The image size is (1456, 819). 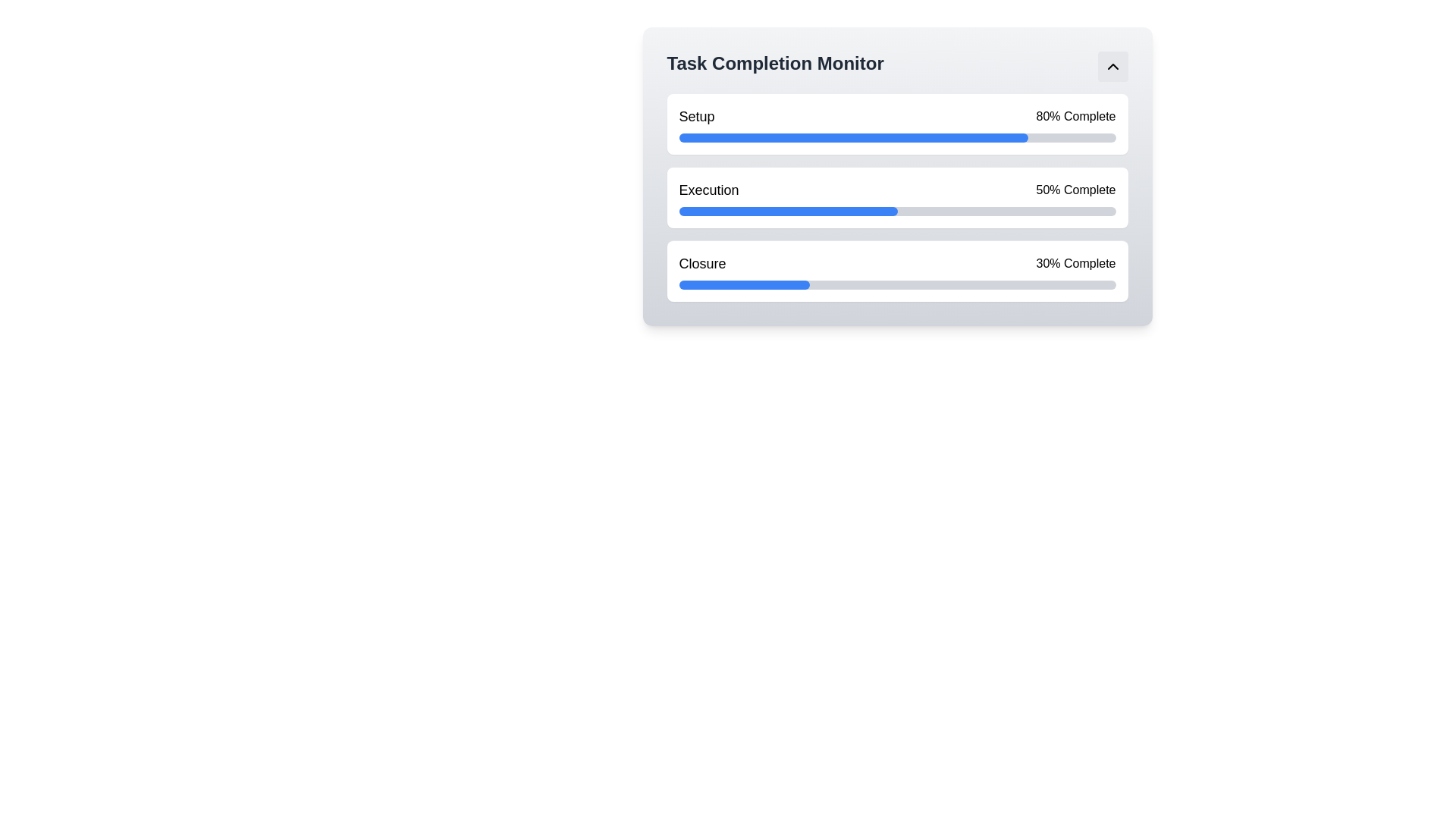 I want to click on the blue-filled progress bar representing 50% completion located under the 'Execution' section of the progress indicators, so click(x=788, y=211).